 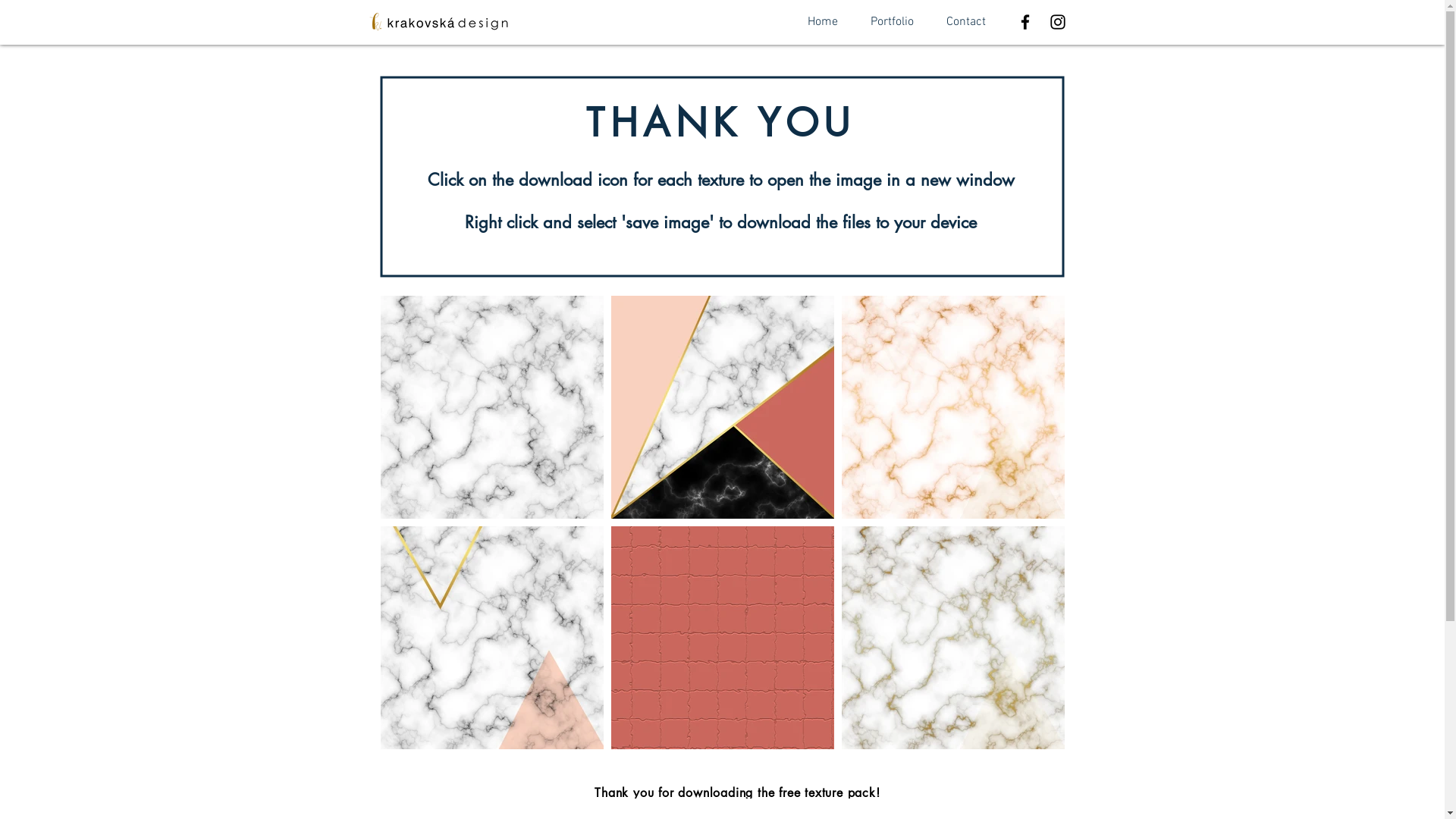 I want to click on 'Portfolio', so click(x=892, y=22).